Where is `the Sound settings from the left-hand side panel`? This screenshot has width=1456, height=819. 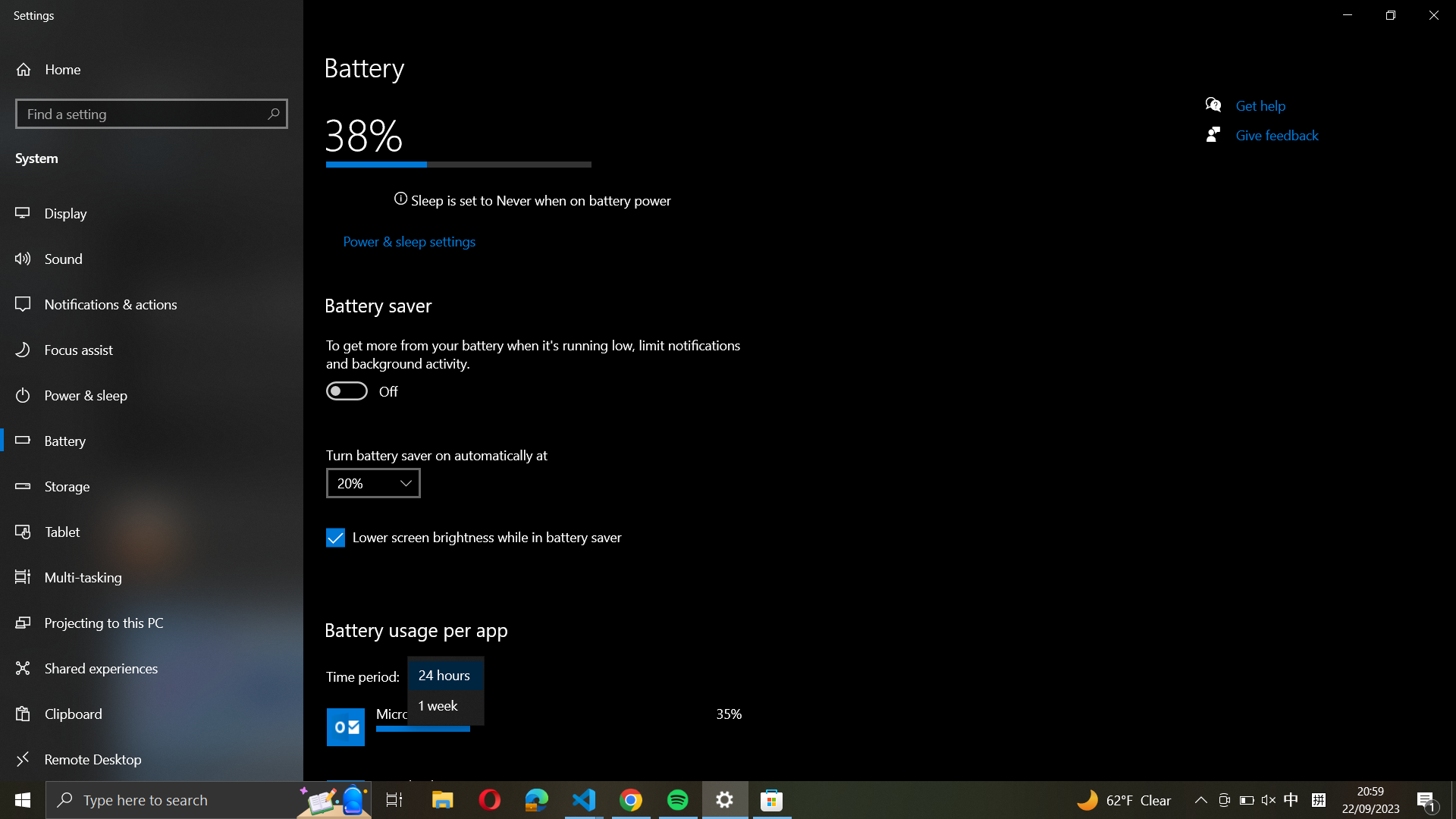
the Sound settings from the left-hand side panel is located at coordinates (152, 257).